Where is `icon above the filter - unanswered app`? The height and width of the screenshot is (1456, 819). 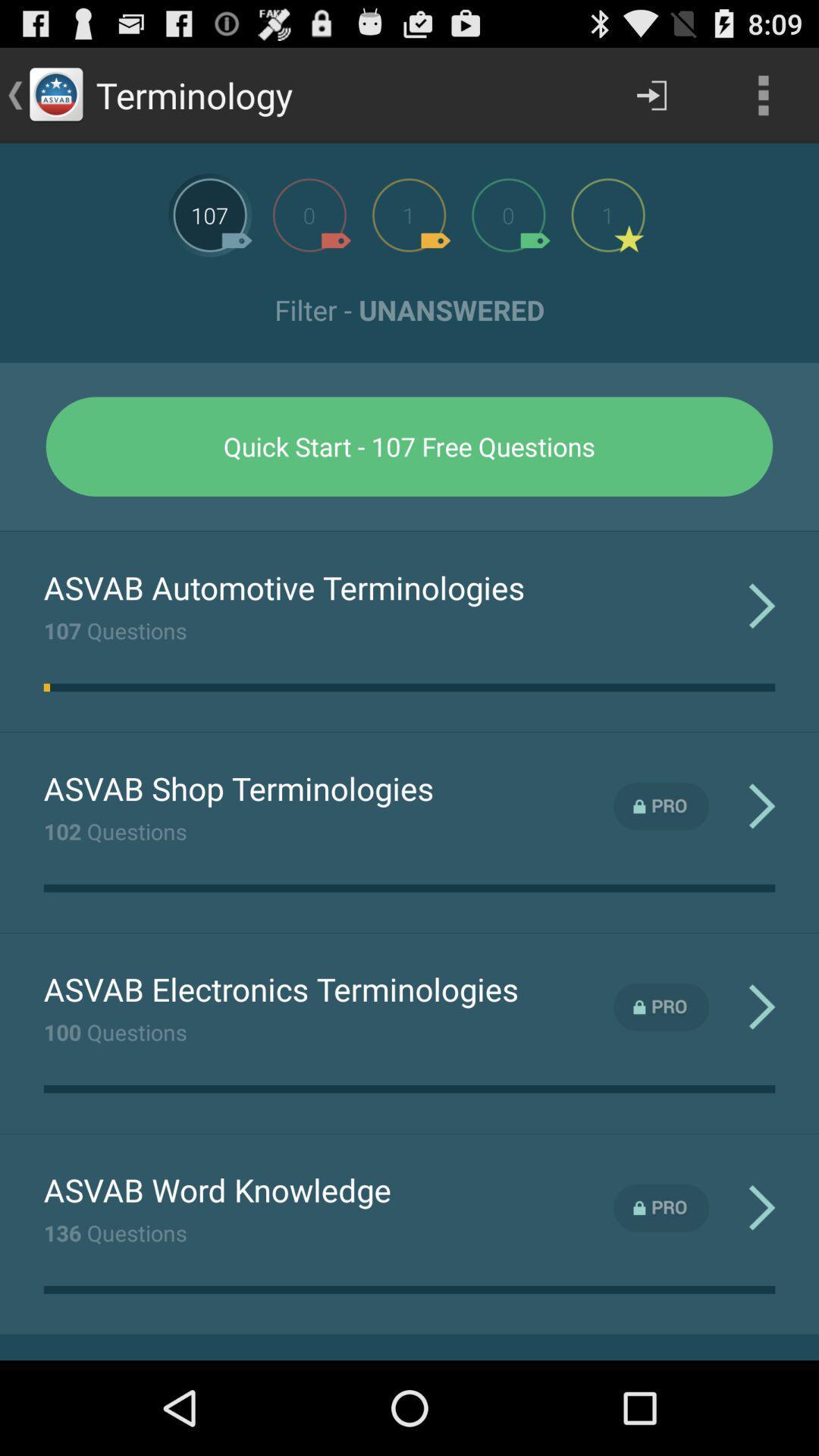
icon above the filter - unanswered app is located at coordinates (763, 94).